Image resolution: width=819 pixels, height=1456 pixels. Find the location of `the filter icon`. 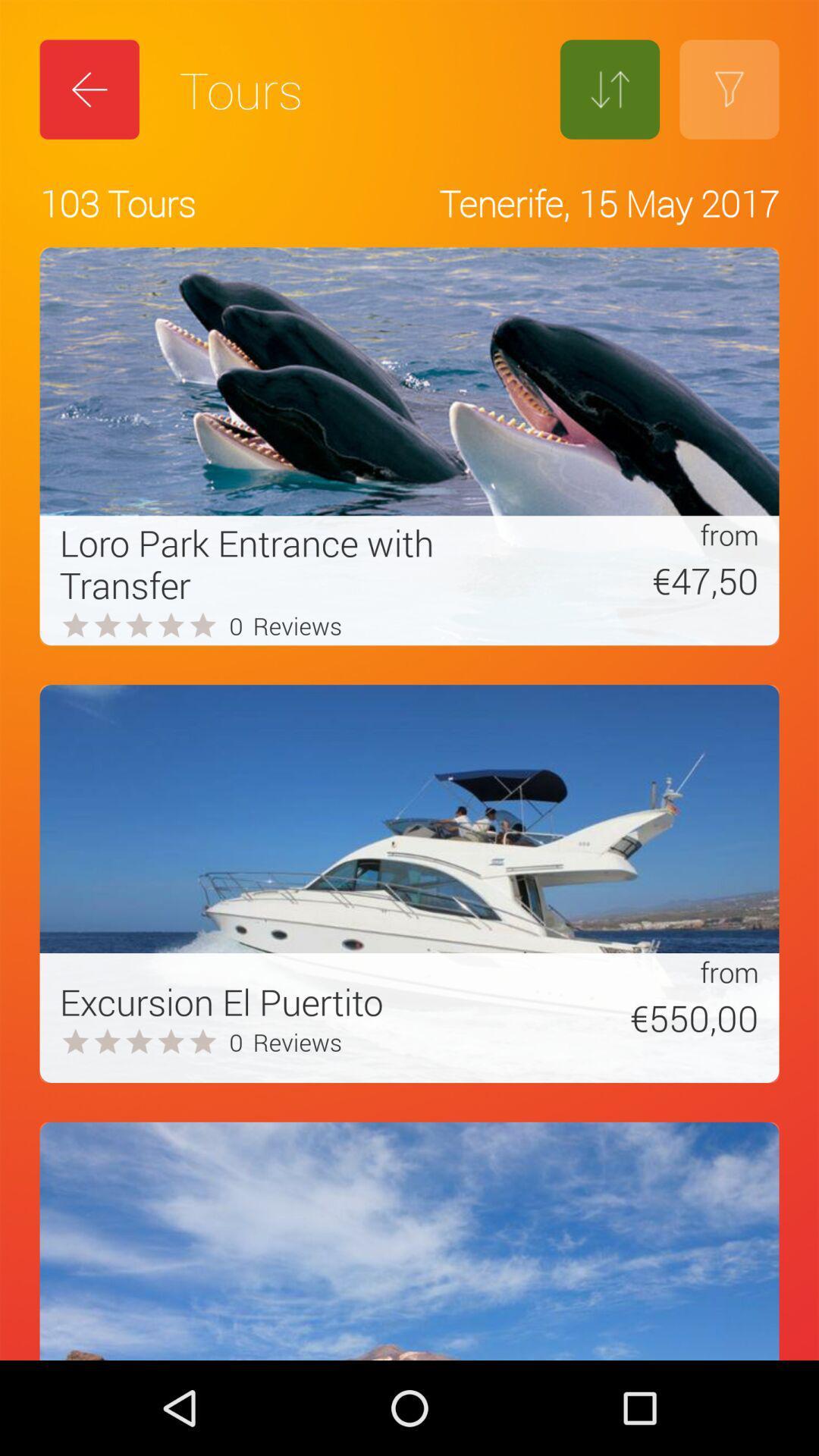

the filter icon is located at coordinates (728, 89).